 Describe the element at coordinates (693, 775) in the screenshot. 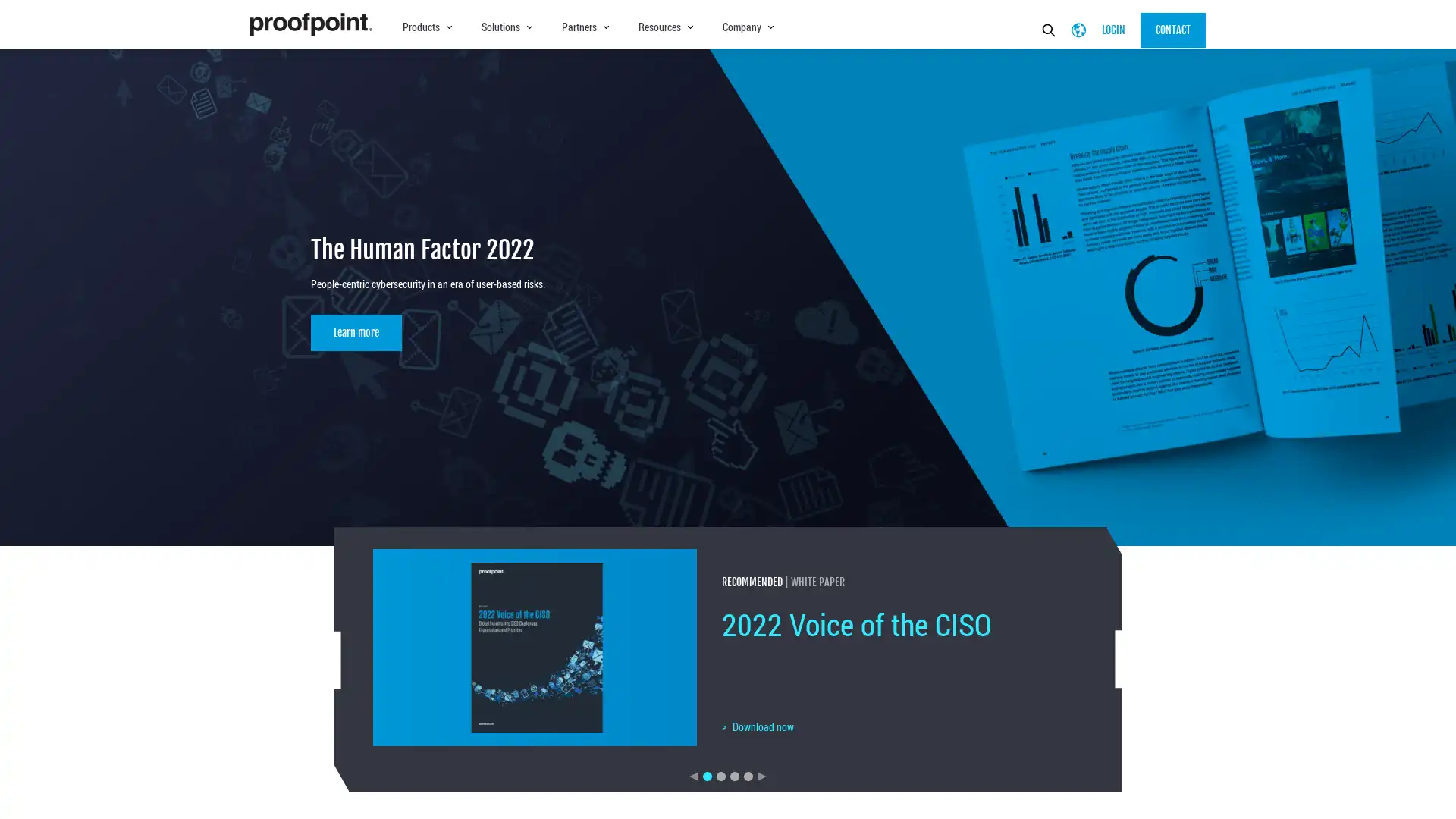

I see `Previous` at that location.